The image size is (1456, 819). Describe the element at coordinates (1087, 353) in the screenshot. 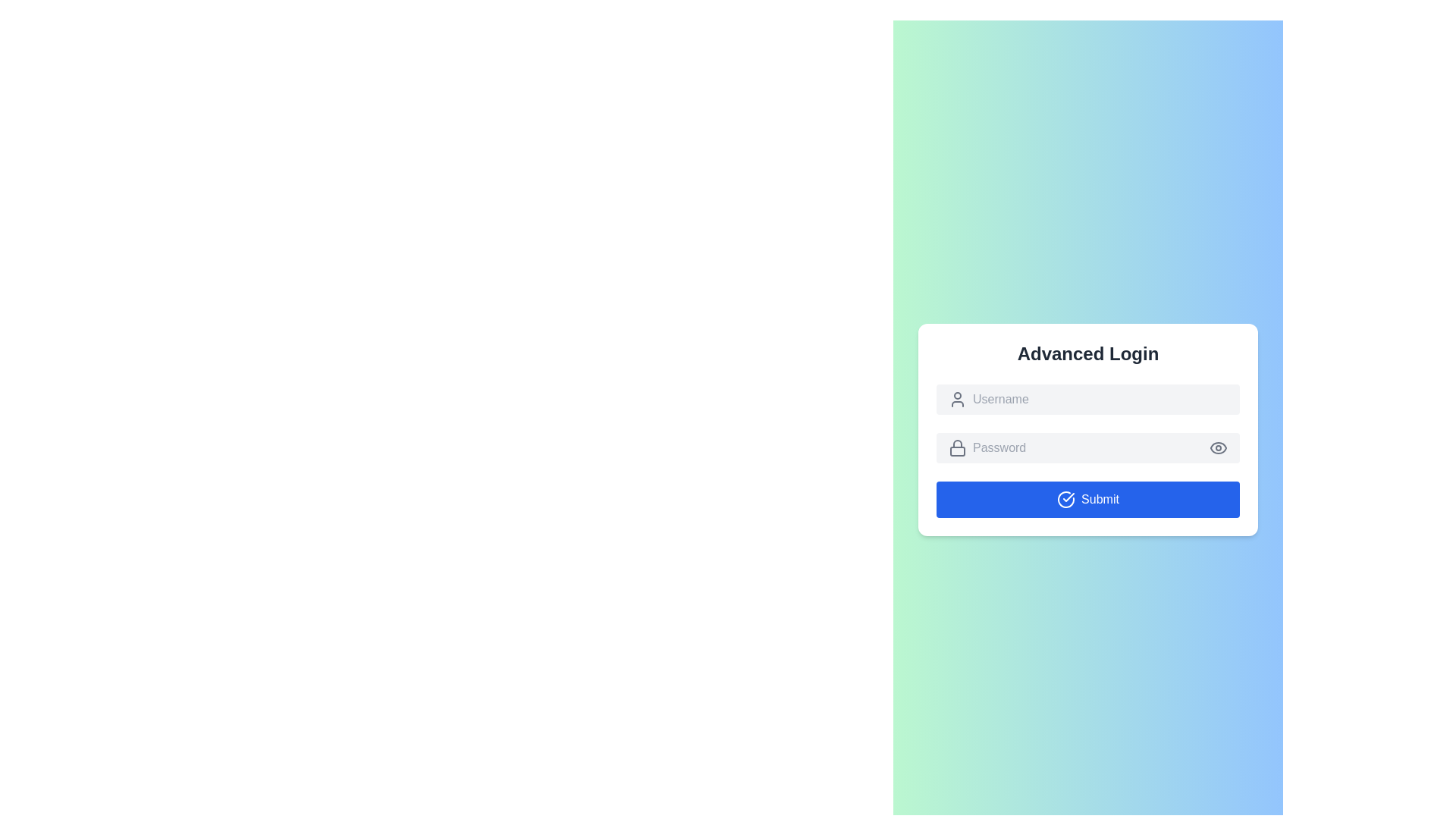

I see `the Text Label that serves as the title for the Advanced Login section, positioned at the top of the login interface above the username input field` at that location.